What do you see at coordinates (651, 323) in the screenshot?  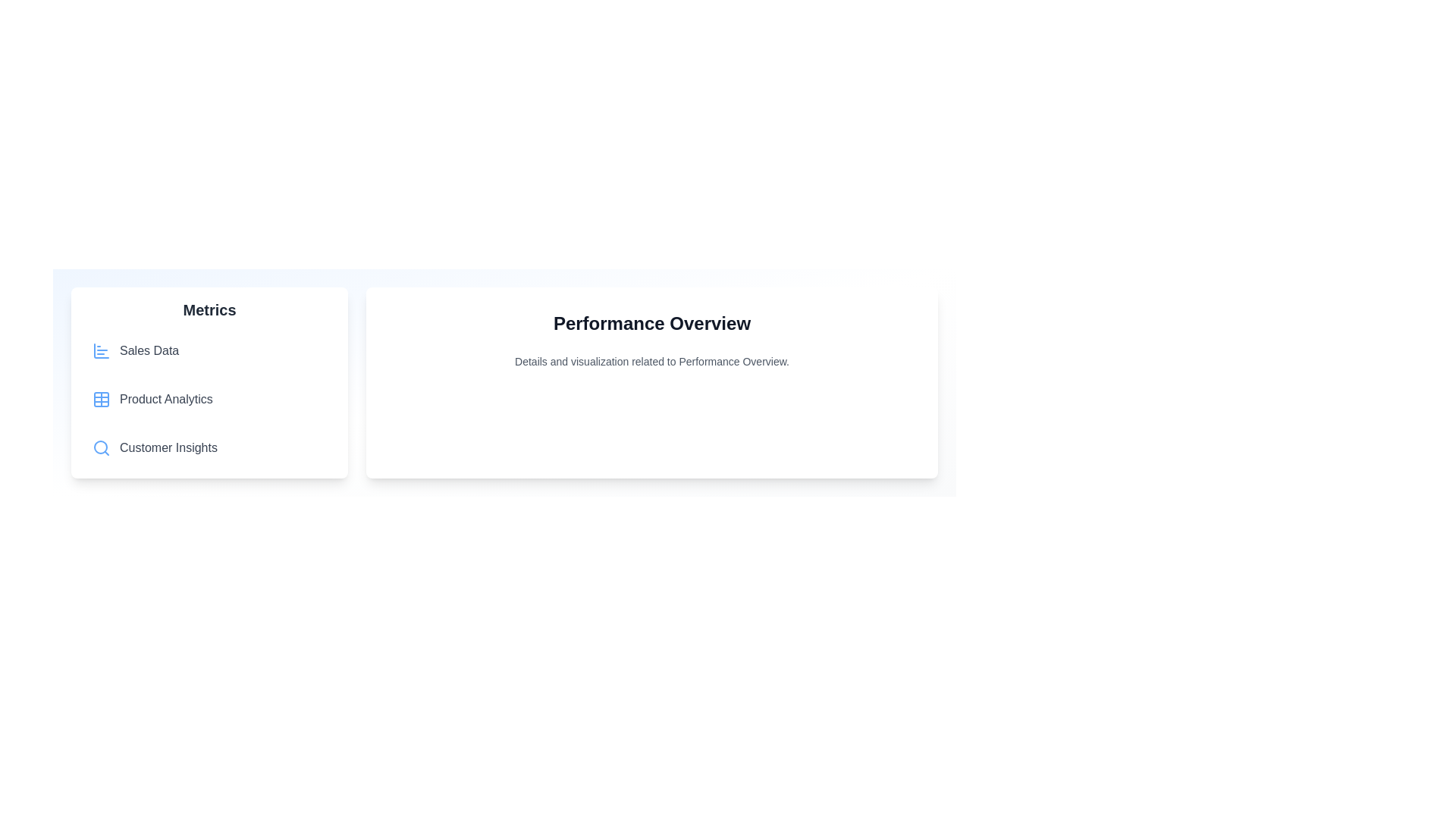 I see `the Text Label that serves as a title or header above the section introducing the content related to Performance Overview` at bounding box center [651, 323].